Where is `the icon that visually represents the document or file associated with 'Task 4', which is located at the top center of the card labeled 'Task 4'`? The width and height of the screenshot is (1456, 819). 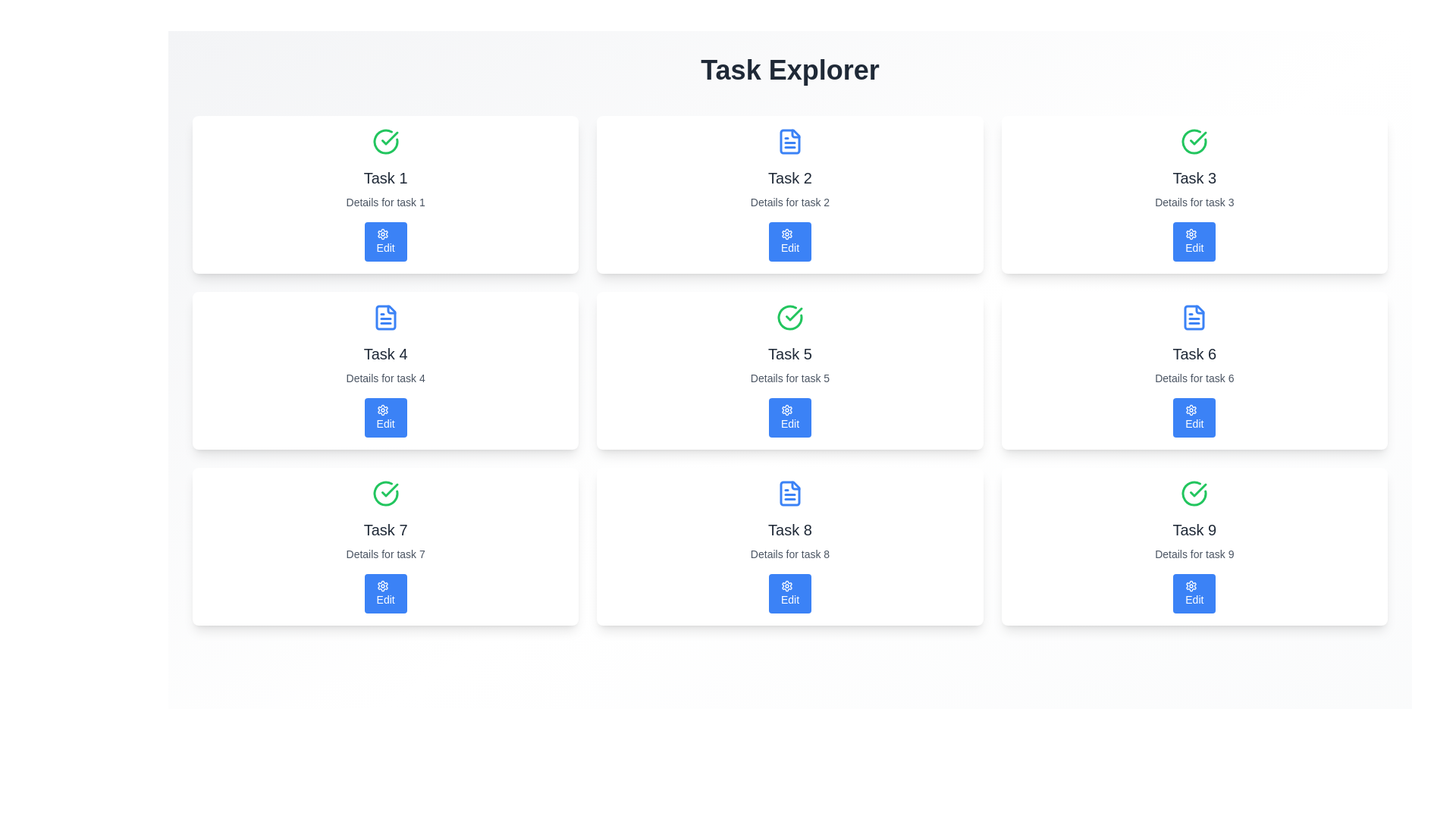 the icon that visually represents the document or file associated with 'Task 4', which is located at the top center of the card labeled 'Task 4' is located at coordinates (385, 317).